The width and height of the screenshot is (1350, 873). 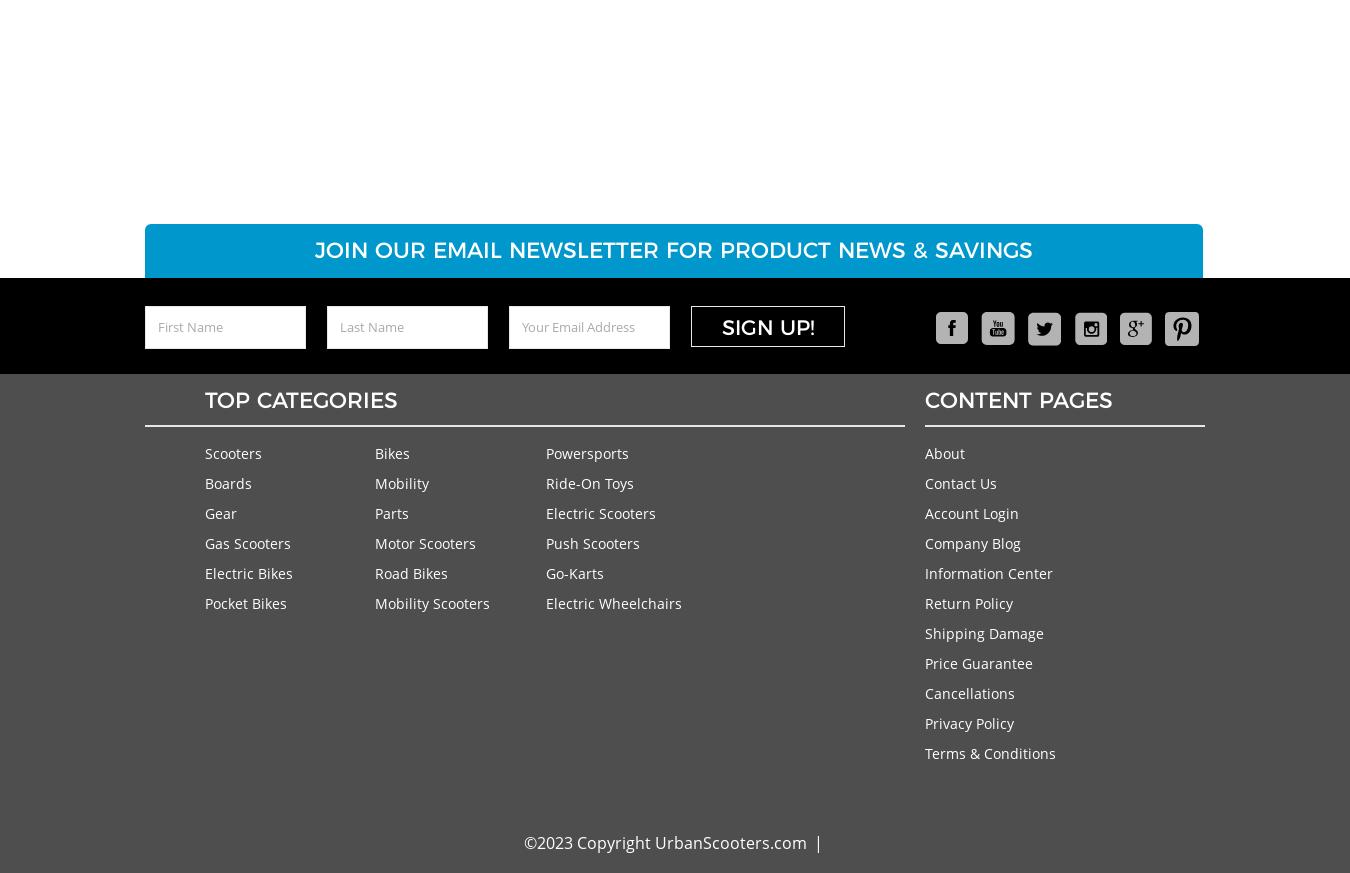 What do you see at coordinates (613, 601) in the screenshot?
I see `'Electric Wheelchairs'` at bounding box center [613, 601].